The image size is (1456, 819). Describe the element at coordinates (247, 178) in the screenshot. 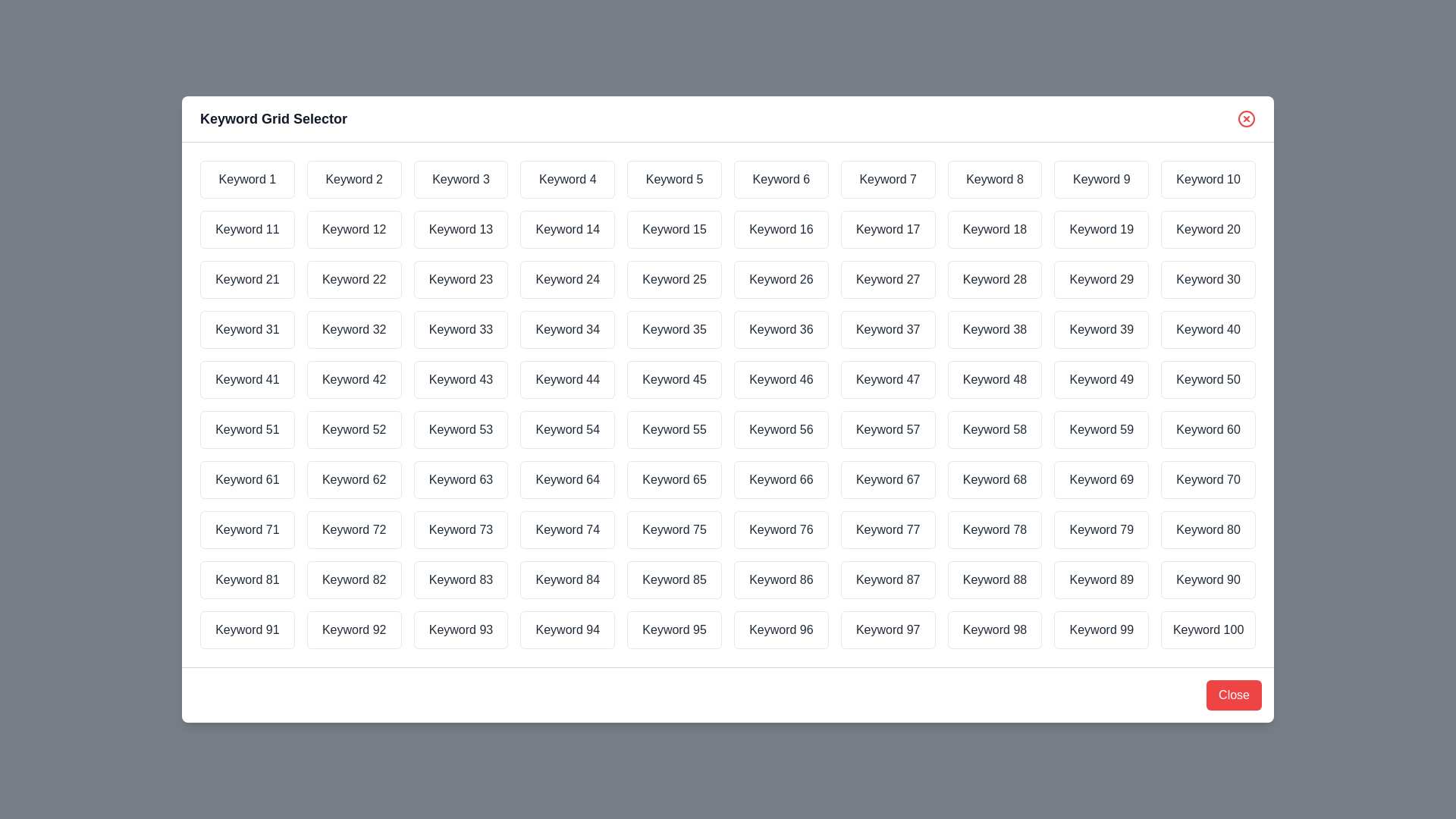

I see `the keyword Keyword 1 to observe its highlighting effect` at that location.